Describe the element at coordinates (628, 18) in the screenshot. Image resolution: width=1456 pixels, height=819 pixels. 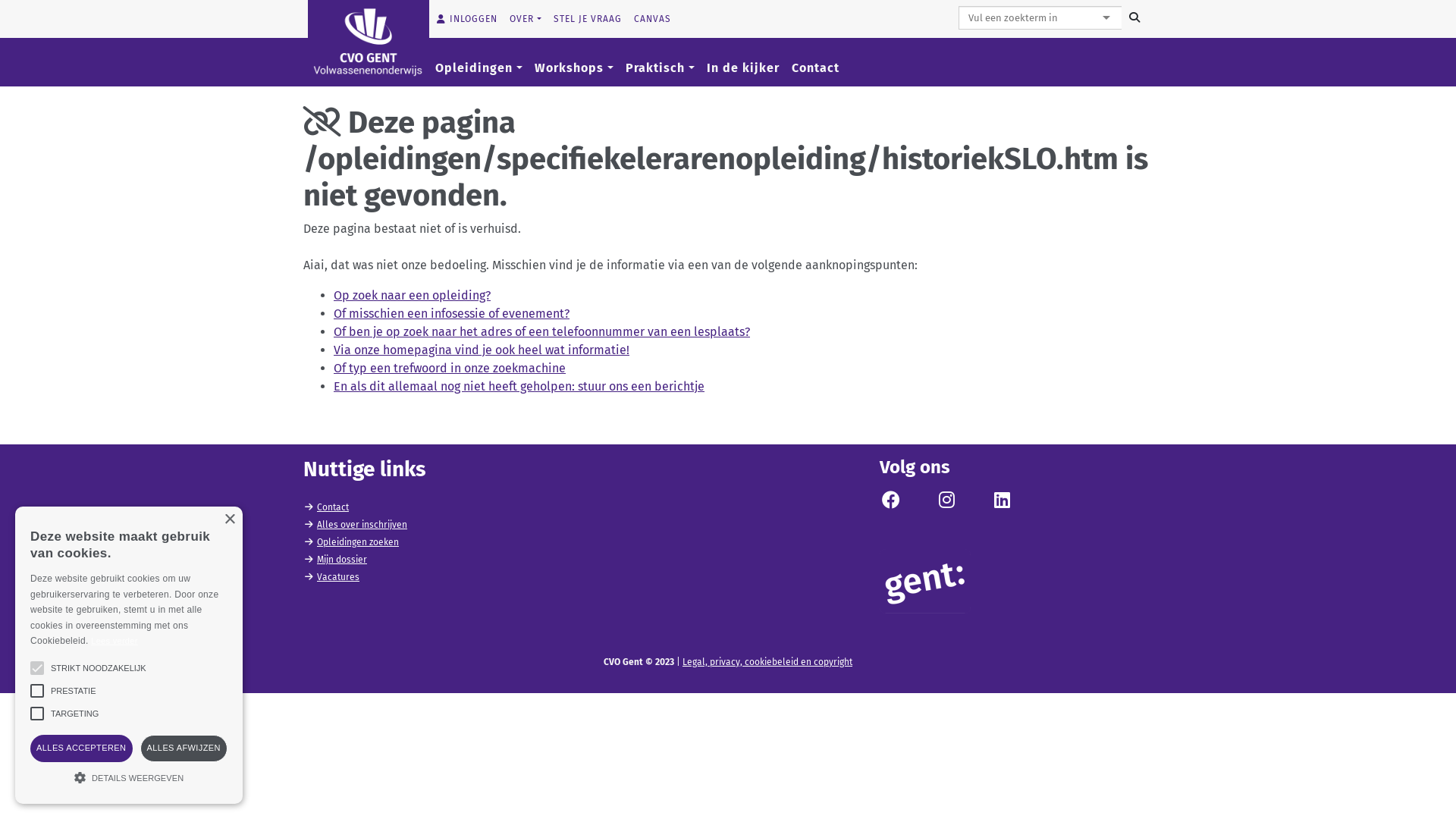
I see `'CANVAS'` at that location.